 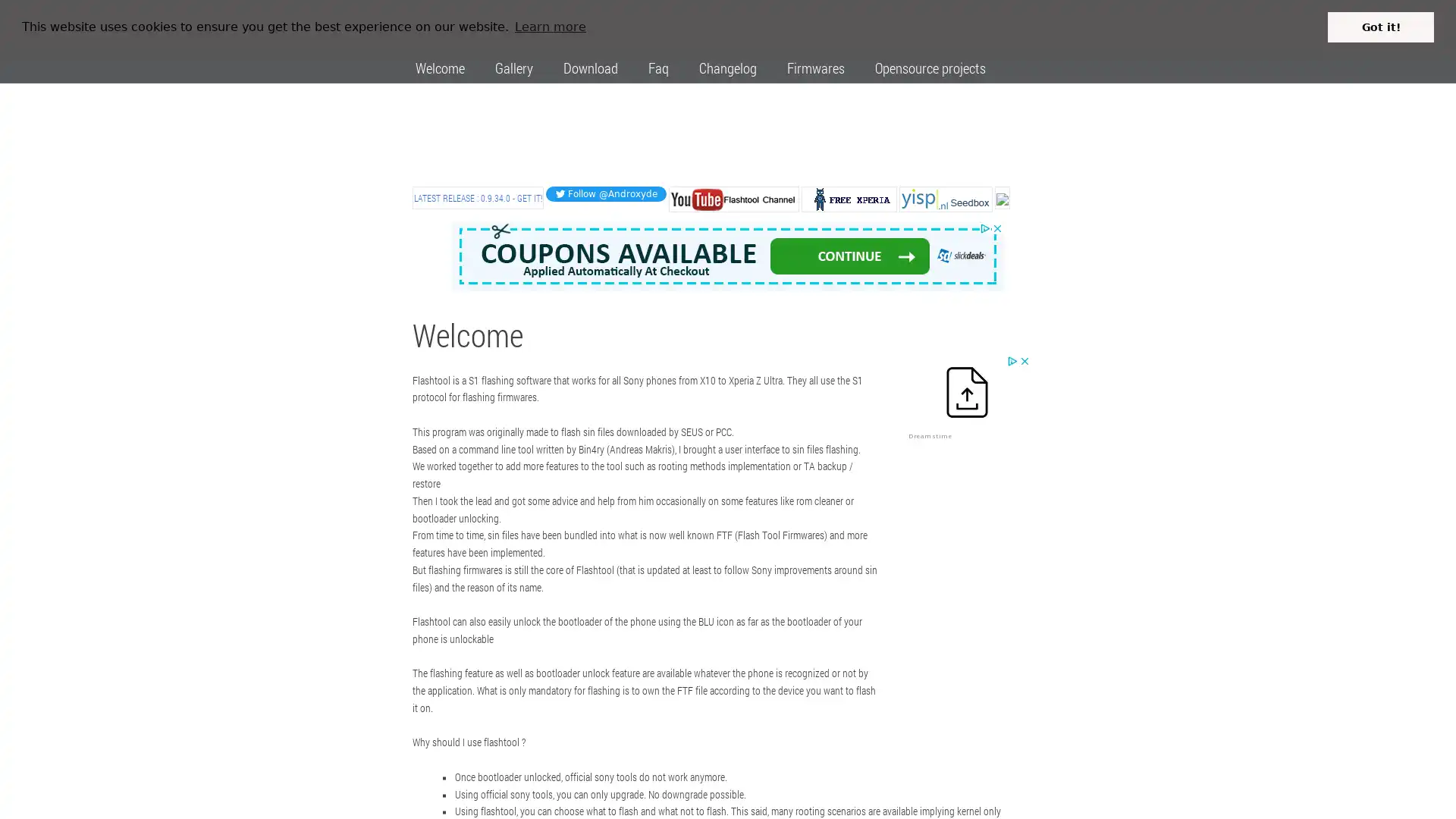 What do you see at coordinates (1380, 27) in the screenshot?
I see `dismiss cookie message` at bounding box center [1380, 27].